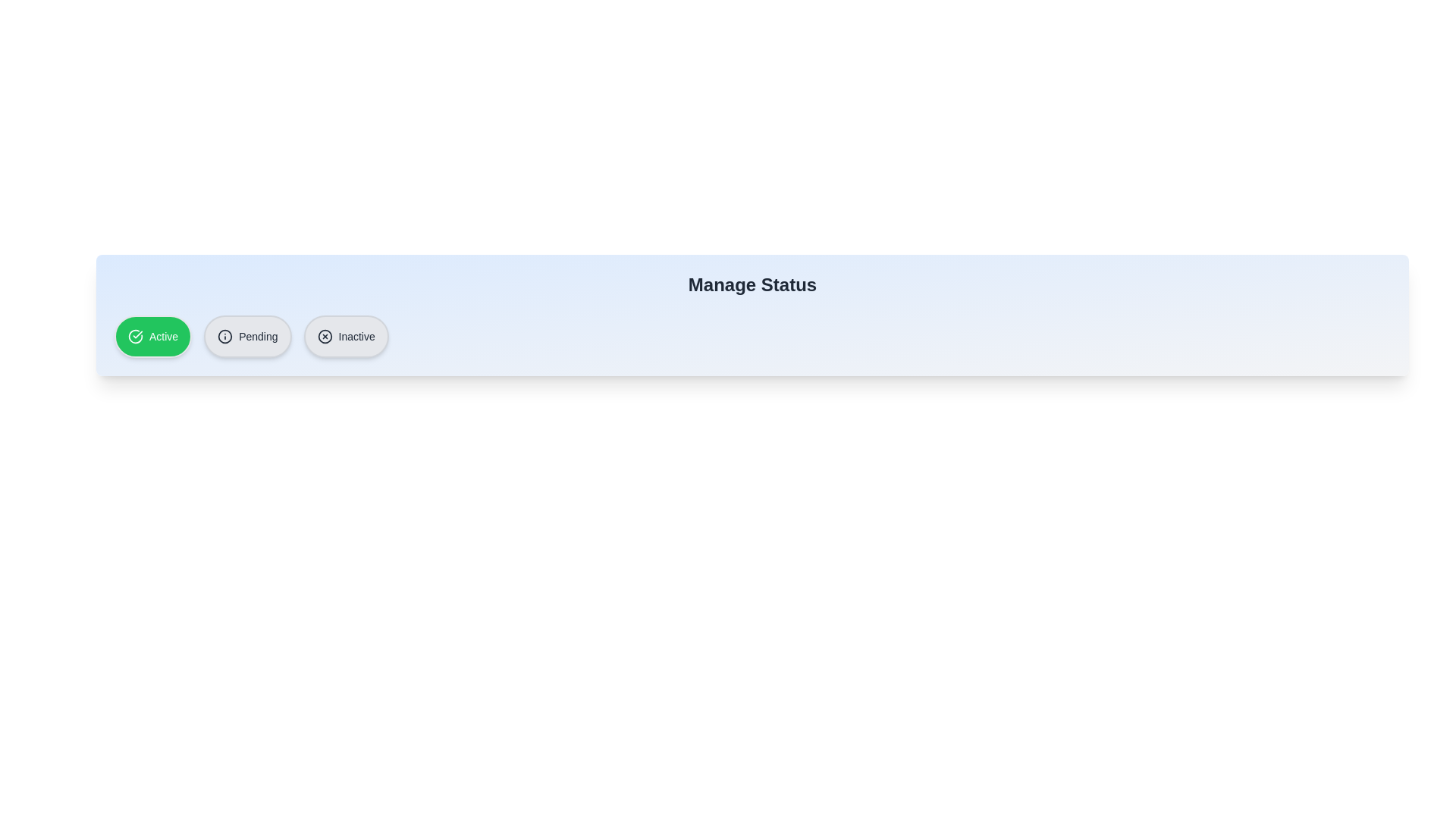  Describe the element at coordinates (152, 335) in the screenshot. I see `the status chip labeled 'Active' to observe its animation or style change` at that location.